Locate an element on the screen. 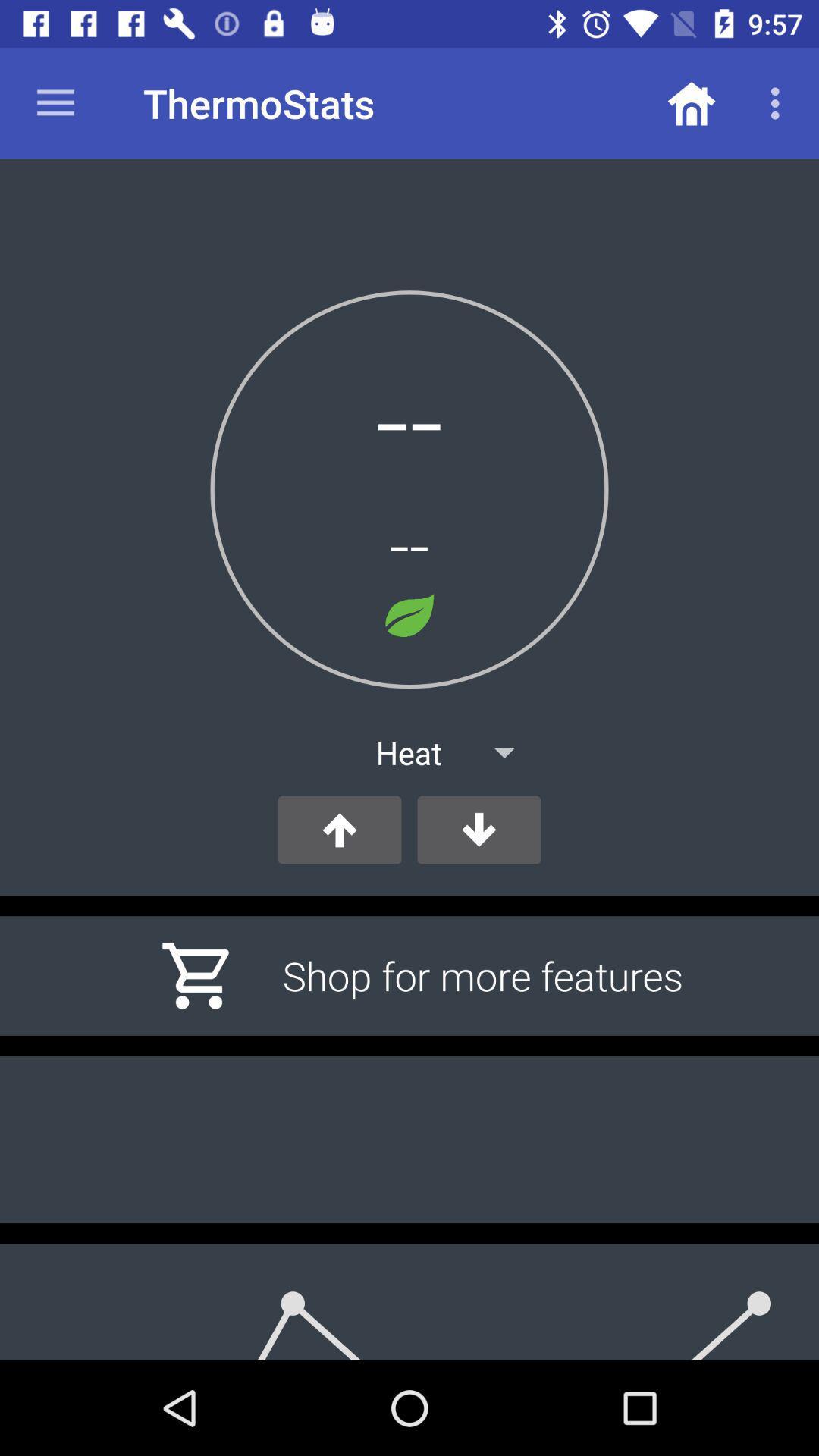 The image size is (819, 1456). the arrow_upward icon is located at coordinates (339, 829).